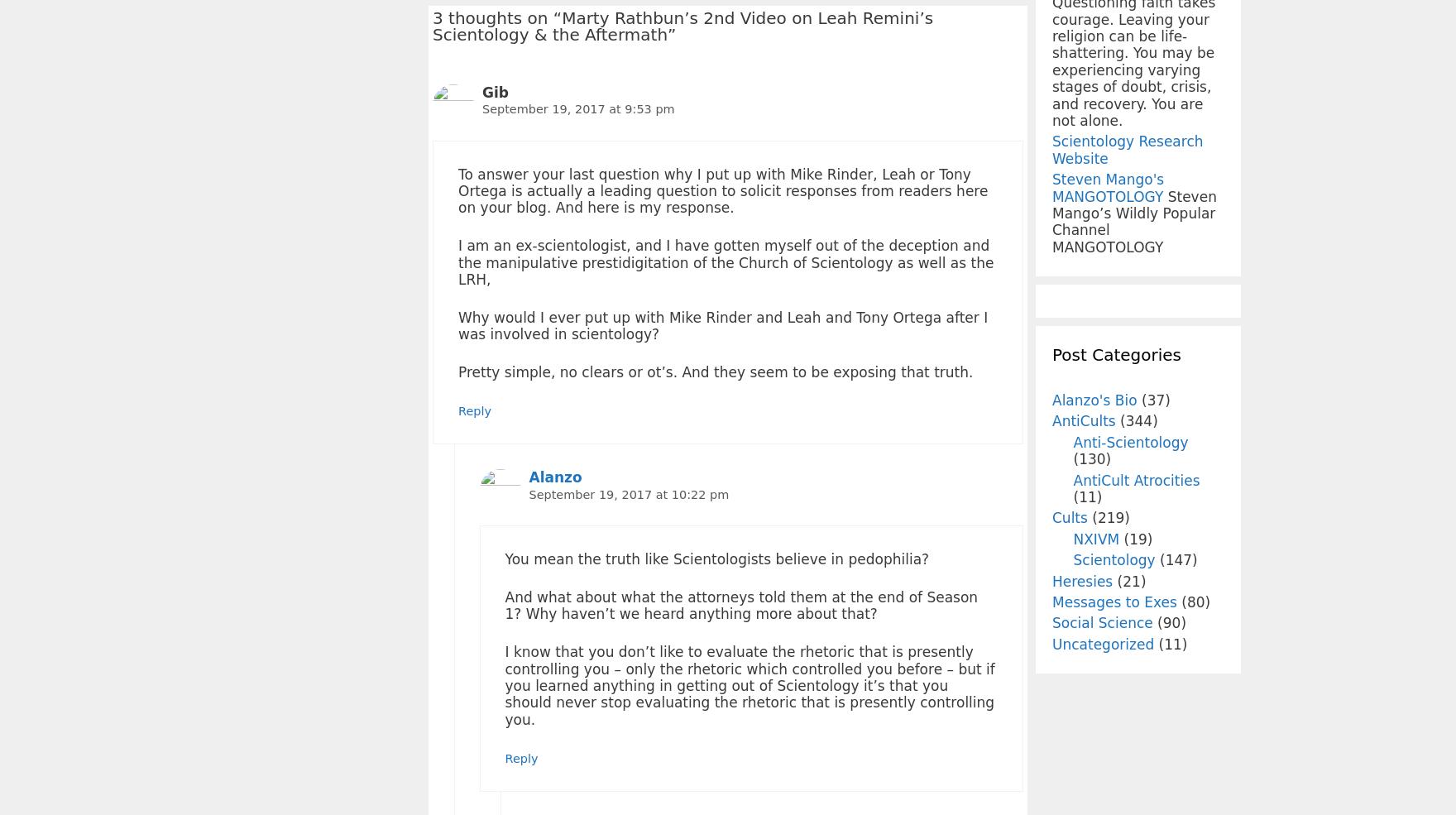 Image resolution: width=1456 pixels, height=815 pixels. What do you see at coordinates (1136, 421) in the screenshot?
I see `'(344)'` at bounding box center [1136, 421].